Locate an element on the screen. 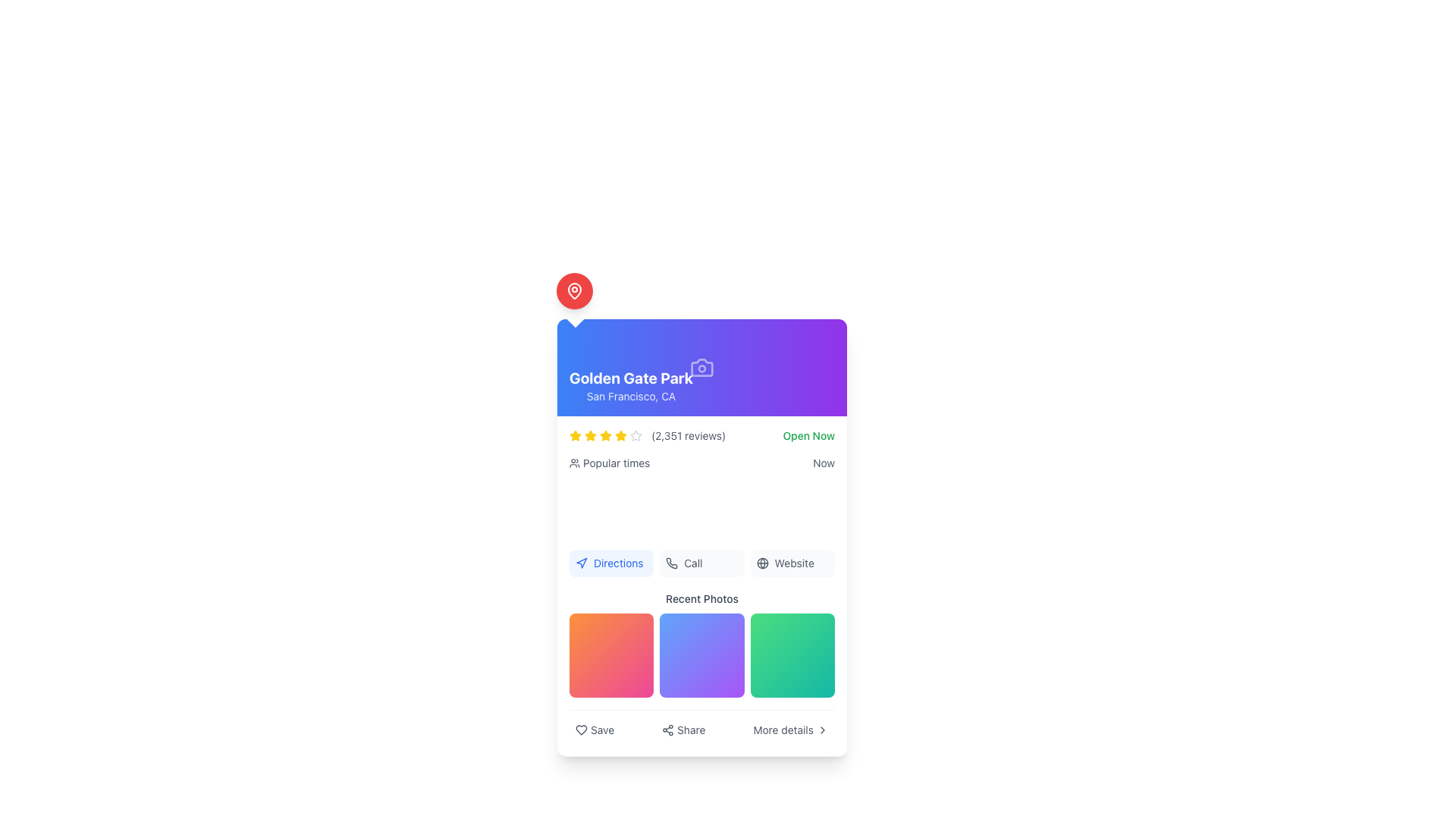  the 'Directions' button located in the middle-left section of a three-column grid layout below the card header is located at coordinates (611, 563).